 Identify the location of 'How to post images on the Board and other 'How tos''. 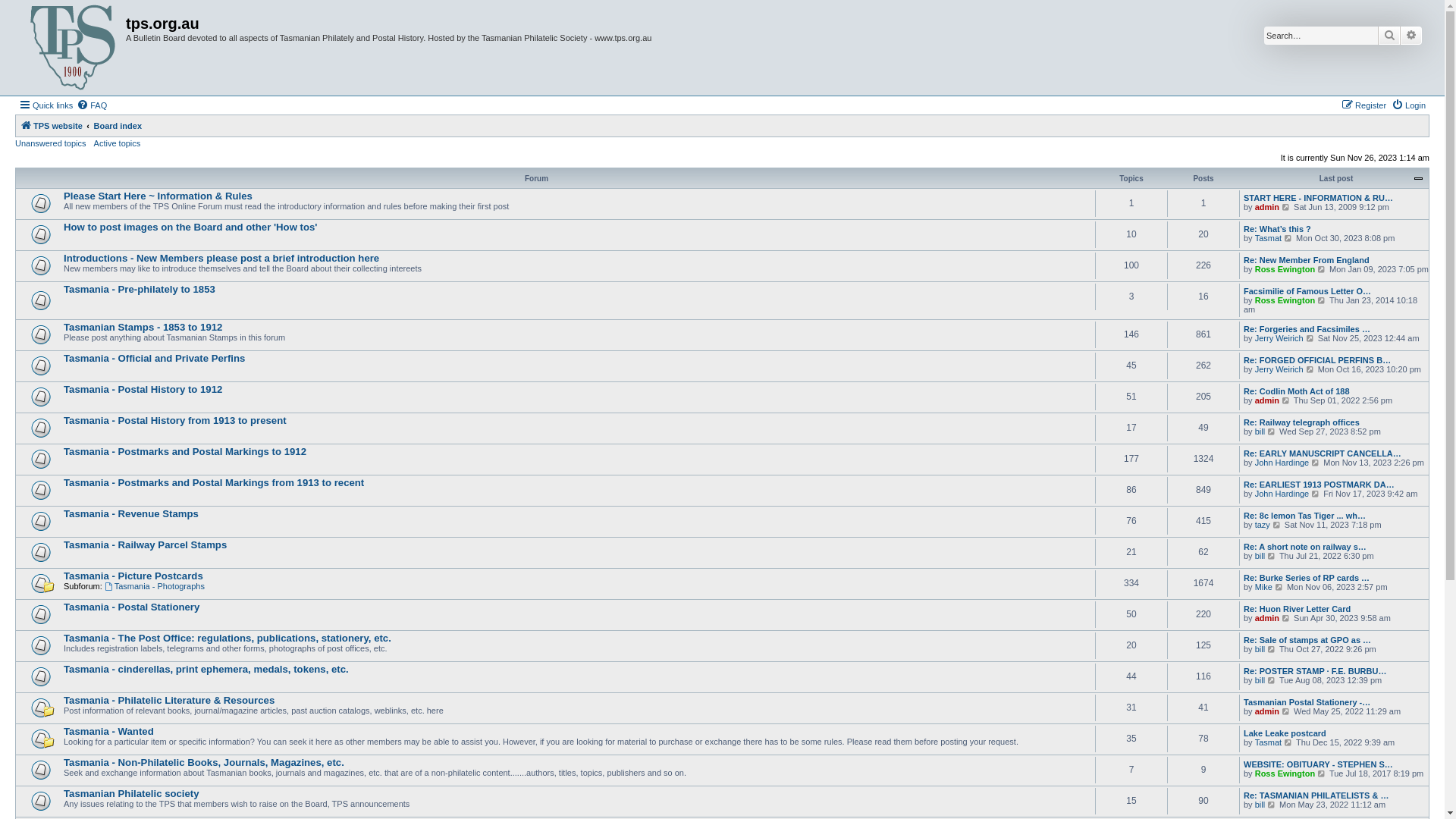
(190, 227).